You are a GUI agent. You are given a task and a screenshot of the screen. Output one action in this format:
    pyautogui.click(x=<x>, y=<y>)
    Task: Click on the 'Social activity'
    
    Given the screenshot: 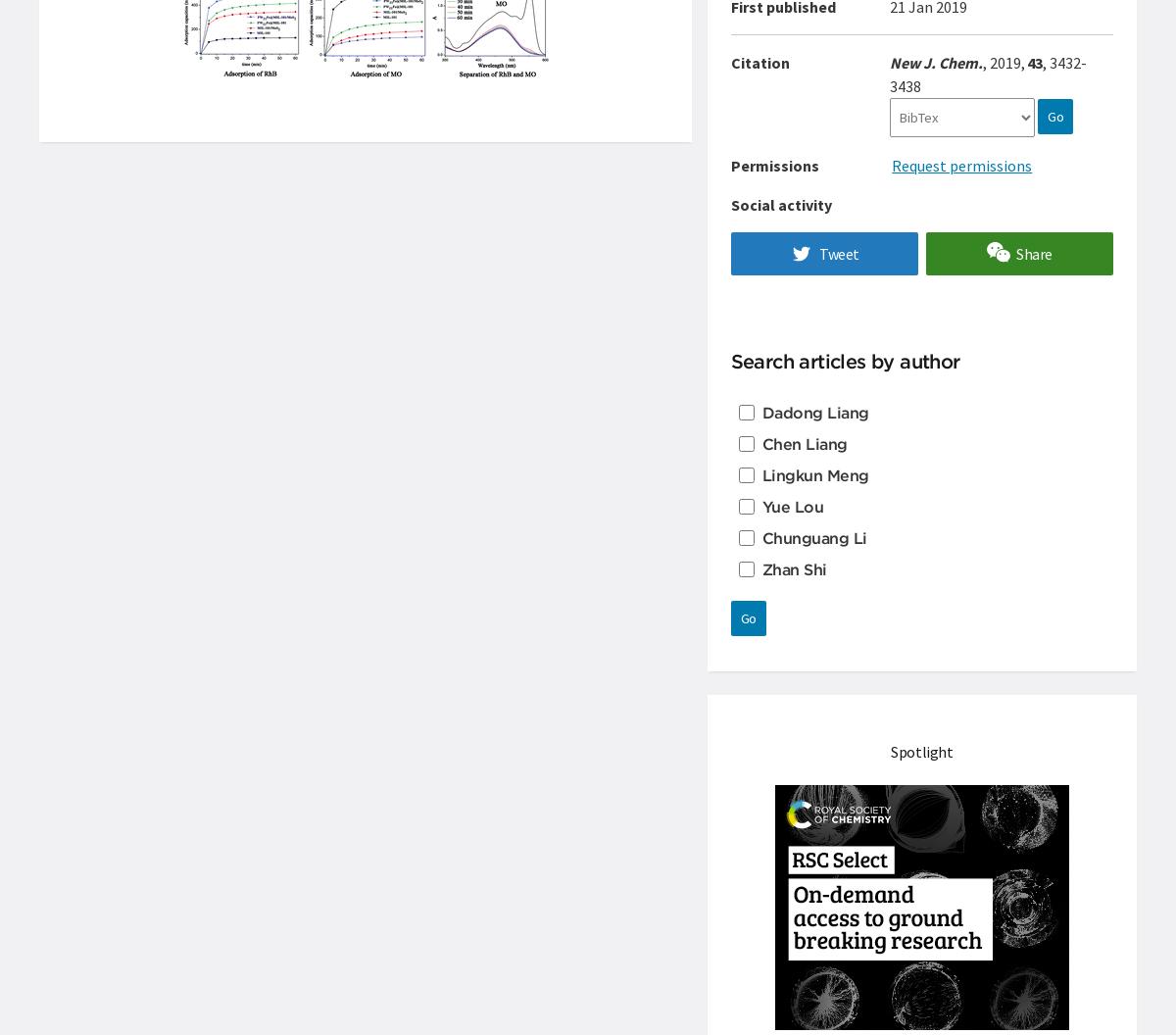 What is the action you would take?
    pyautogui.click(x=779, y=203)
    